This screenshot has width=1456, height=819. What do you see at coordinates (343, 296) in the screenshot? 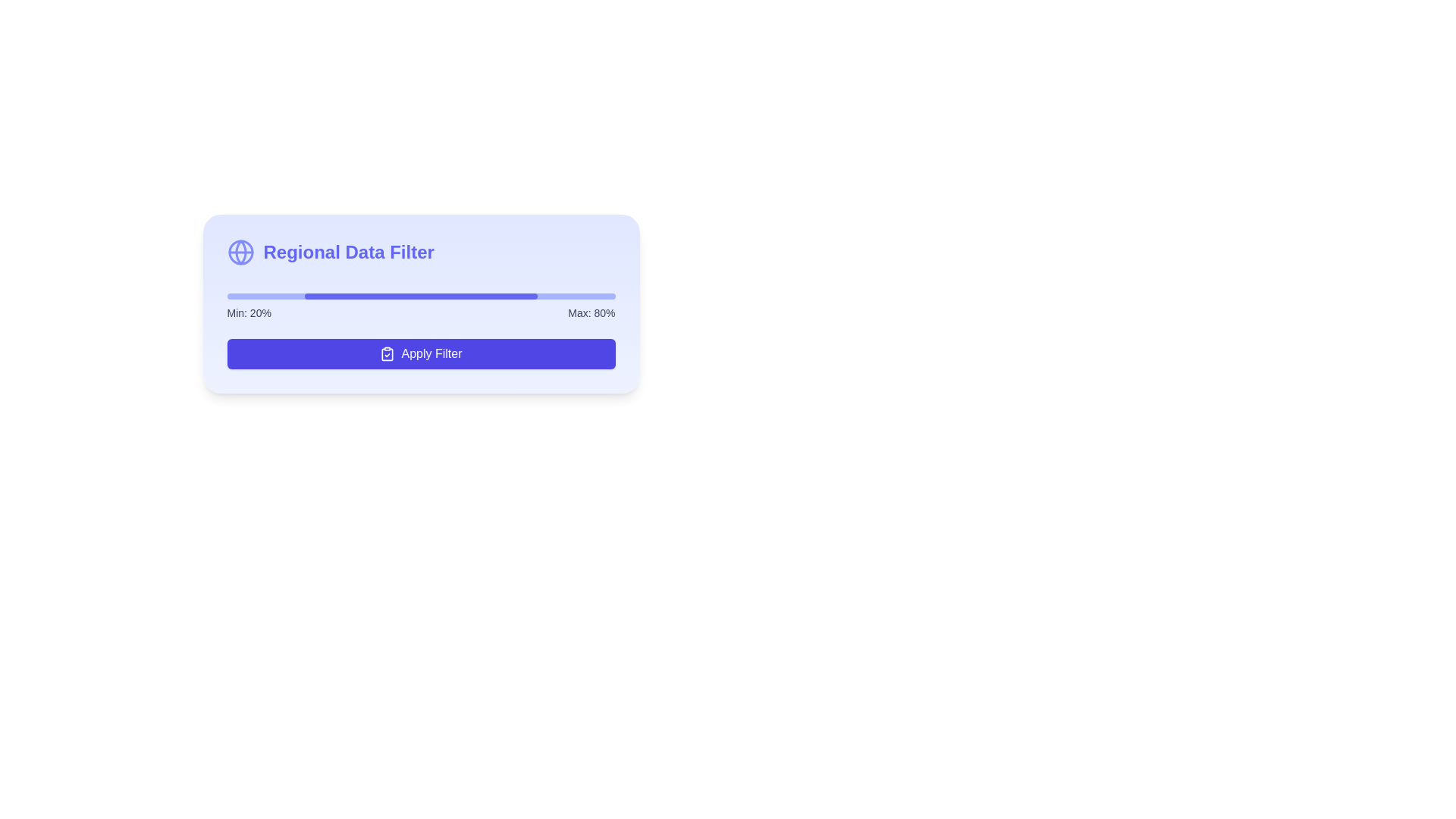
I see `the filter value` at bounding box center [343, 296].